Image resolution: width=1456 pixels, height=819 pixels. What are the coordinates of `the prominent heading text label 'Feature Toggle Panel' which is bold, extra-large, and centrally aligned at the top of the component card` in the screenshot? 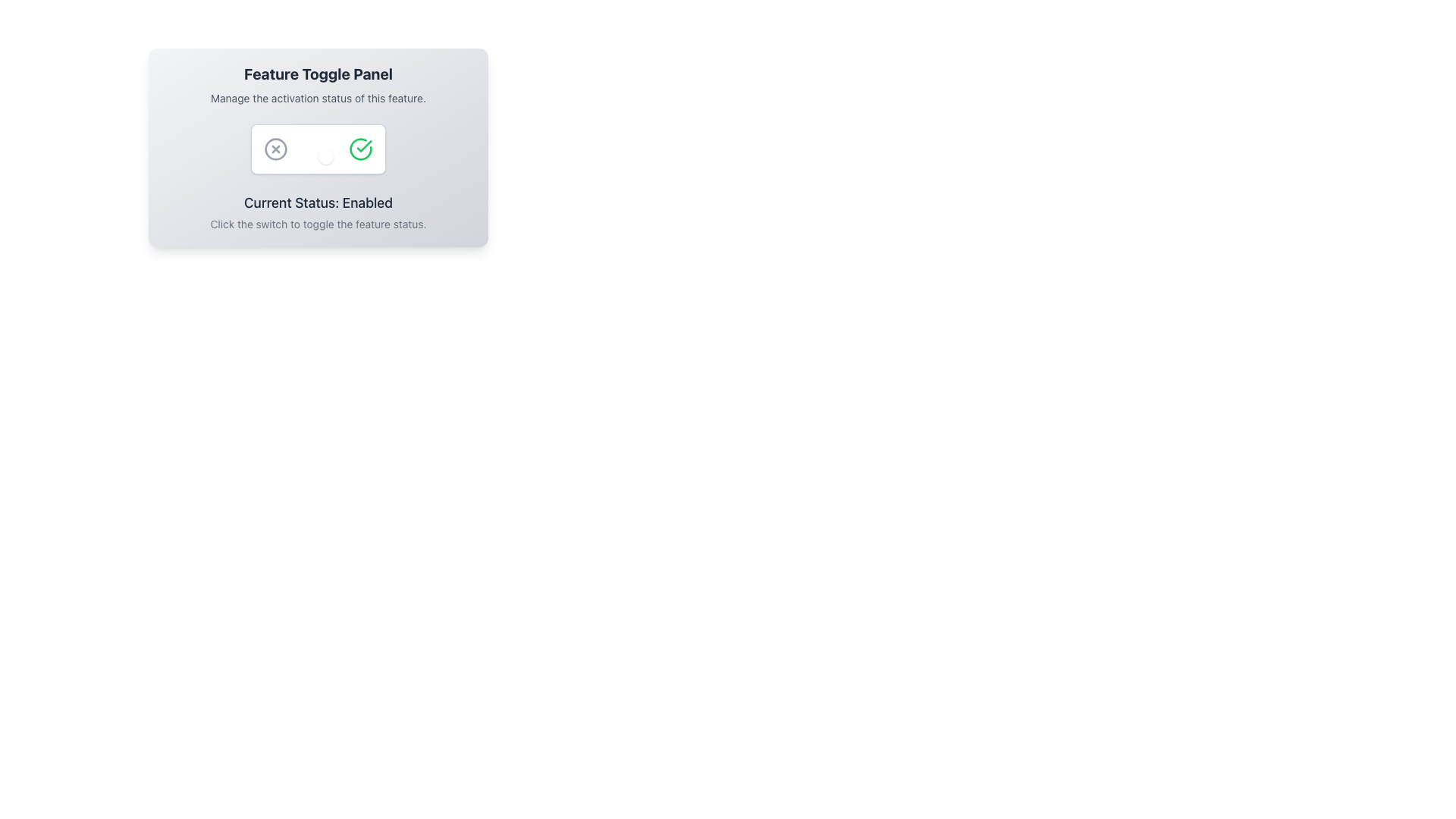 It's located at (317, 74).